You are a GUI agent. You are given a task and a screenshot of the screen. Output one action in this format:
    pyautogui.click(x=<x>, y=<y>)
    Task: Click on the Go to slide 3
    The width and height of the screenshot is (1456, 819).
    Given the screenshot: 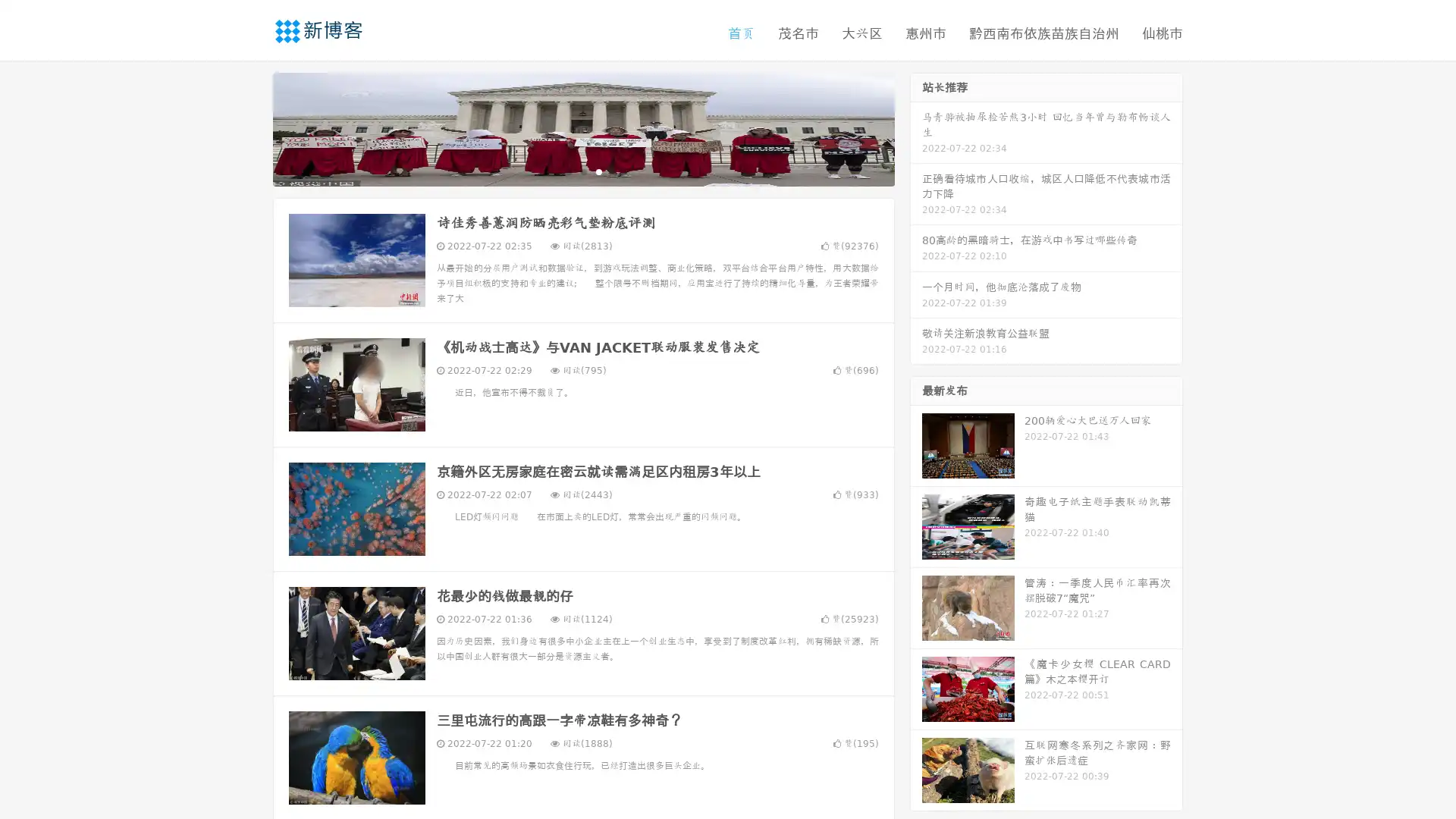 What is the action you would take?
    pyautogui.click(x=598, y=171)
    